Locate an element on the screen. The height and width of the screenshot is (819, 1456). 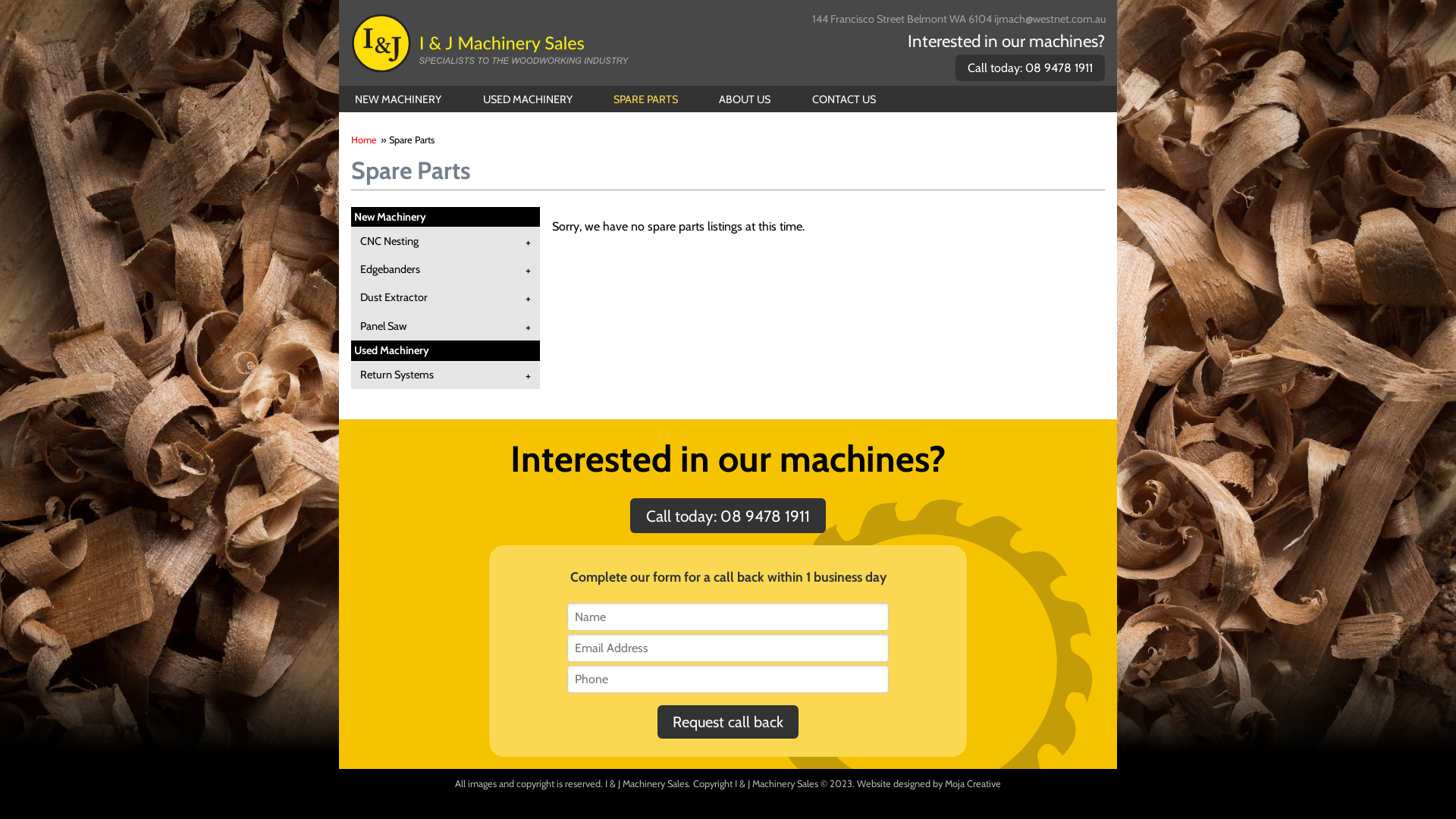
'I & J Machinery Sales' is located at coordinates (491, 42).